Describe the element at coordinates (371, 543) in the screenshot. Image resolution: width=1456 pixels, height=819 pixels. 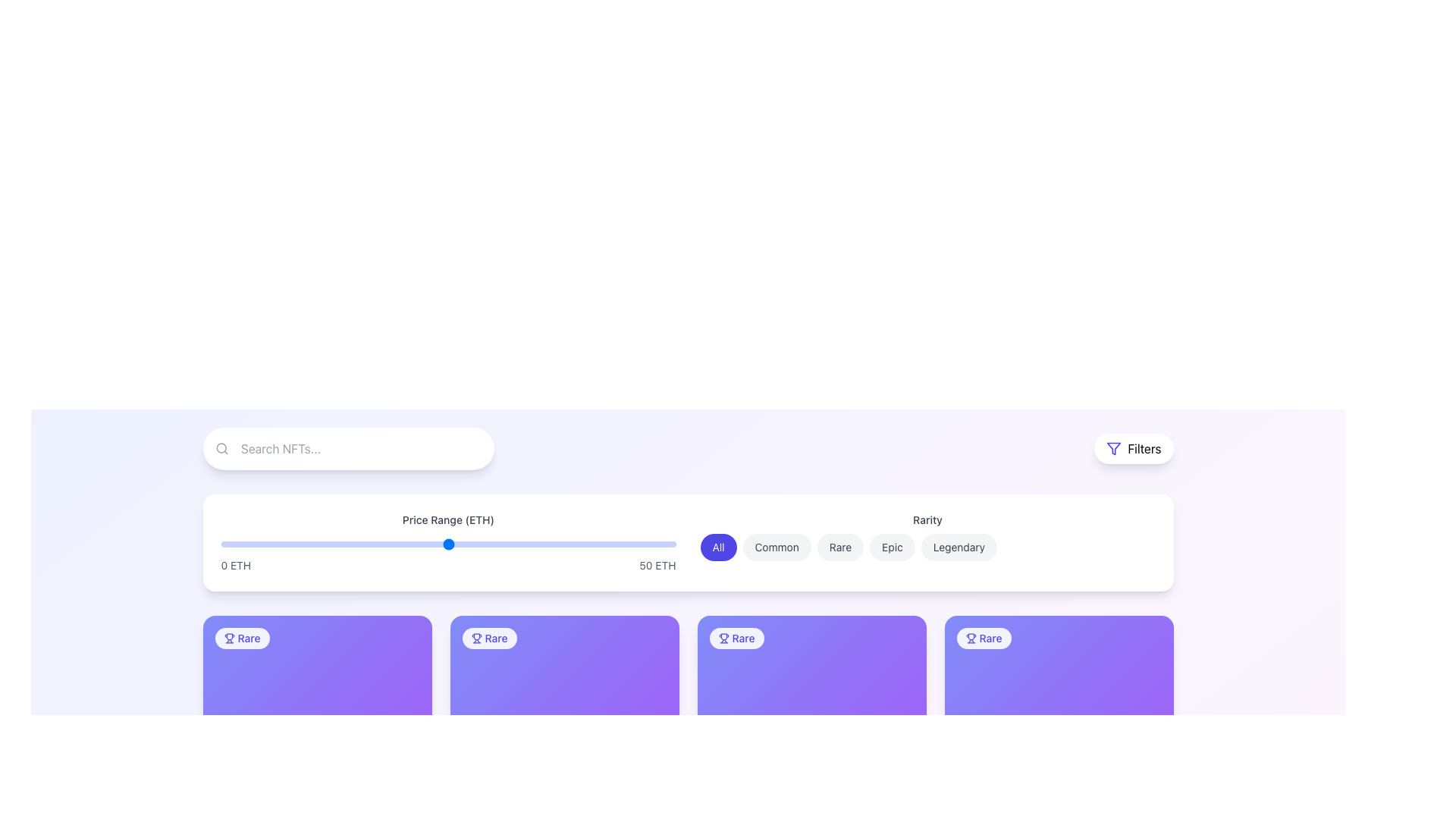
I see `the slider value` at that location.